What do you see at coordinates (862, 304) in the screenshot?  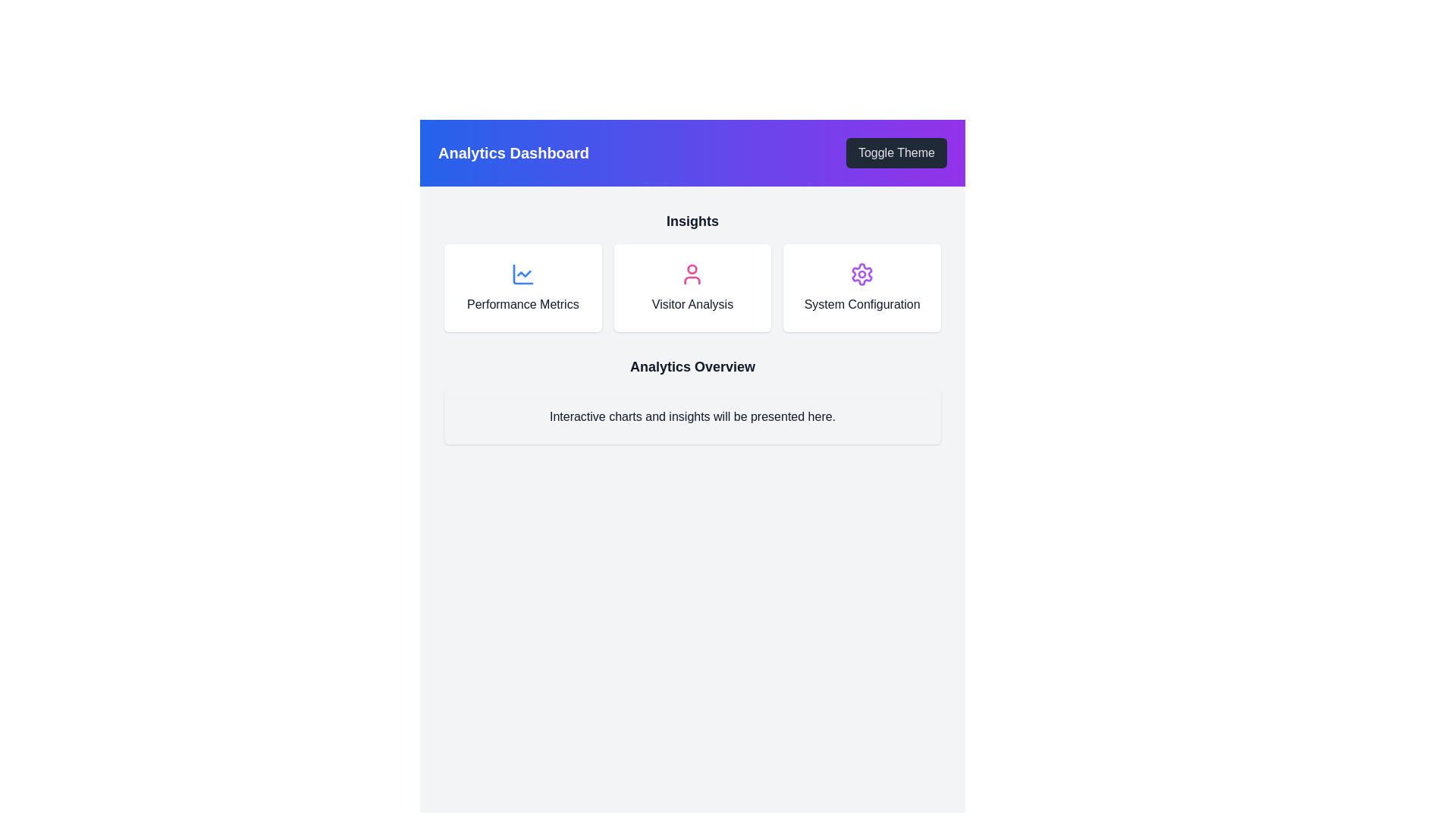 I see `the 'System Configuration' text label, which is styled in a dark bold font and located beneath the settings icon on the dashboard in the 'Insights' section` at bounding box center [862, 304].